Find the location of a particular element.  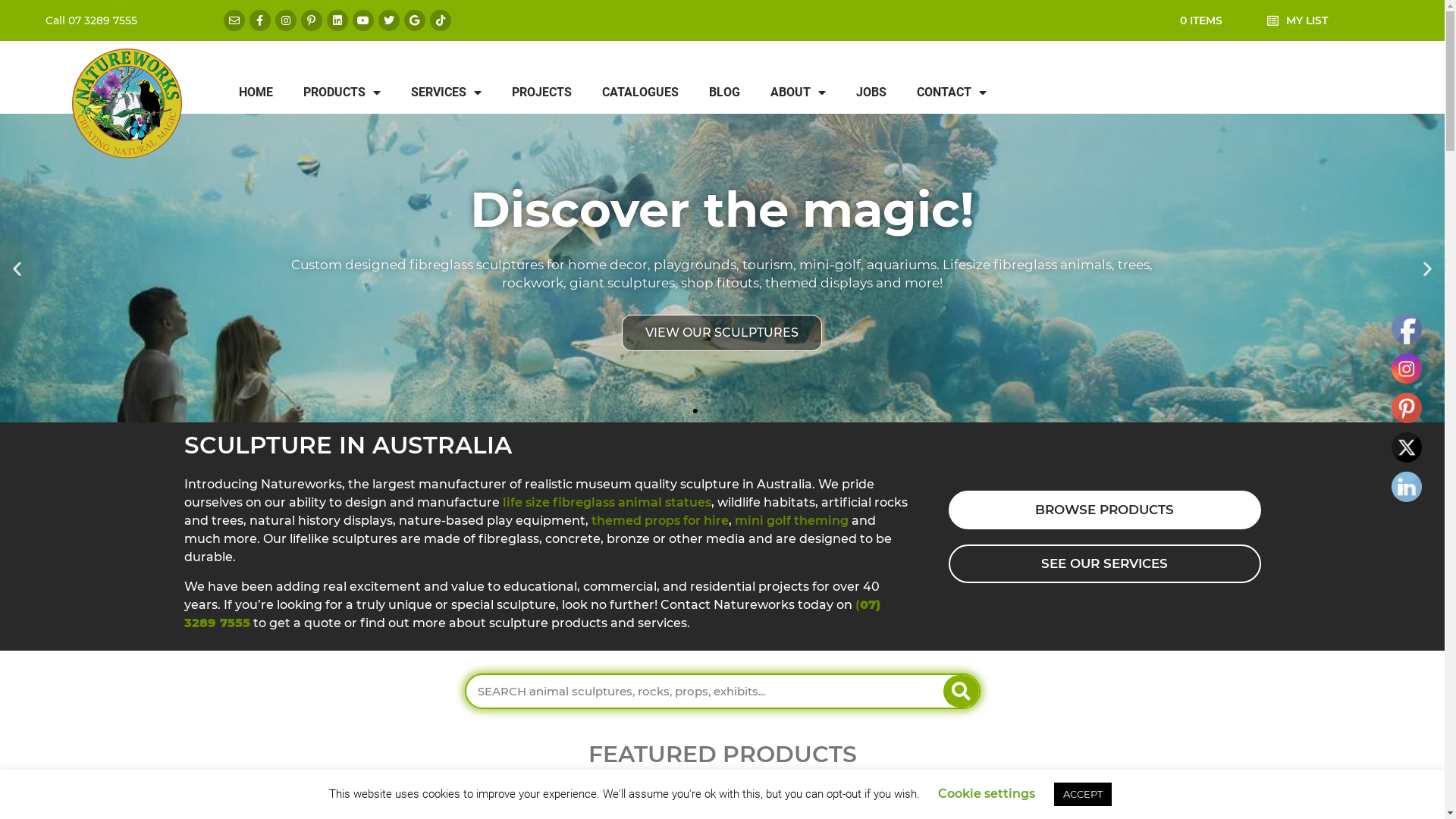

'VIEW OUR SCULPTURES' is located at coordinates (720, 332).